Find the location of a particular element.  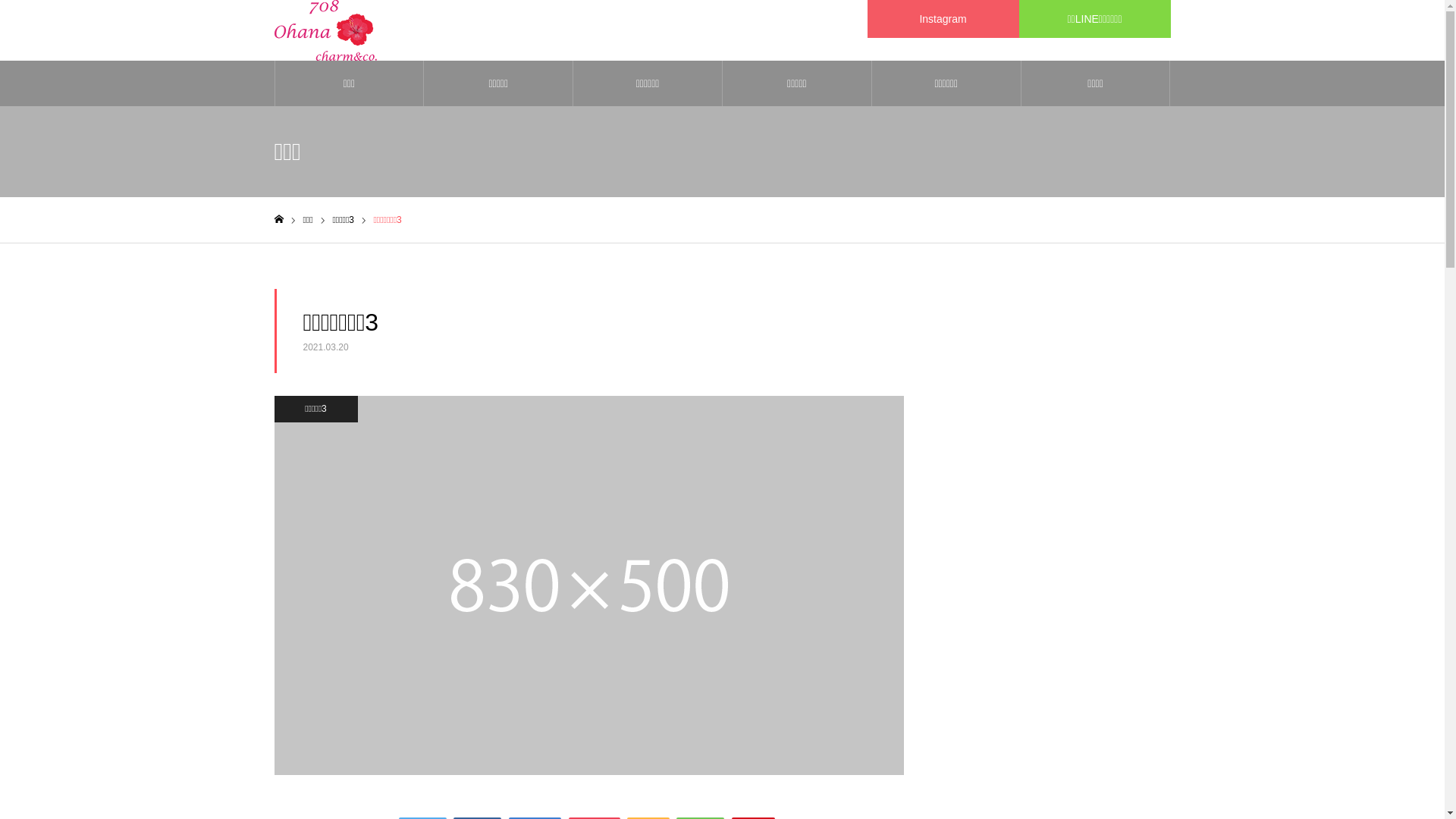

'Instagram' is located at coordinates (942, 18).